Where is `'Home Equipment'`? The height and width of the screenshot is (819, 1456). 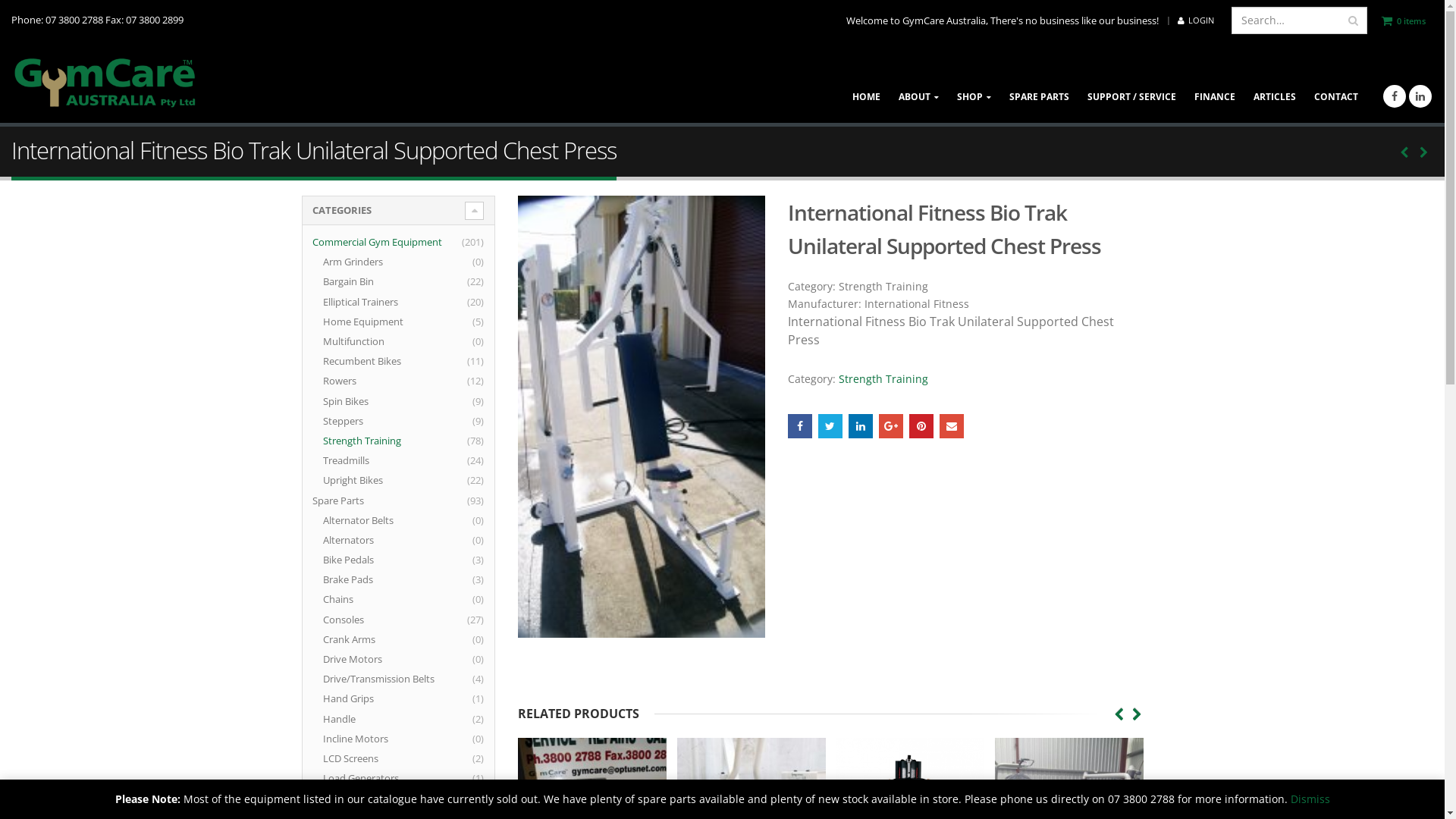 'Home Equipment' is located at coordinates (372, 321).